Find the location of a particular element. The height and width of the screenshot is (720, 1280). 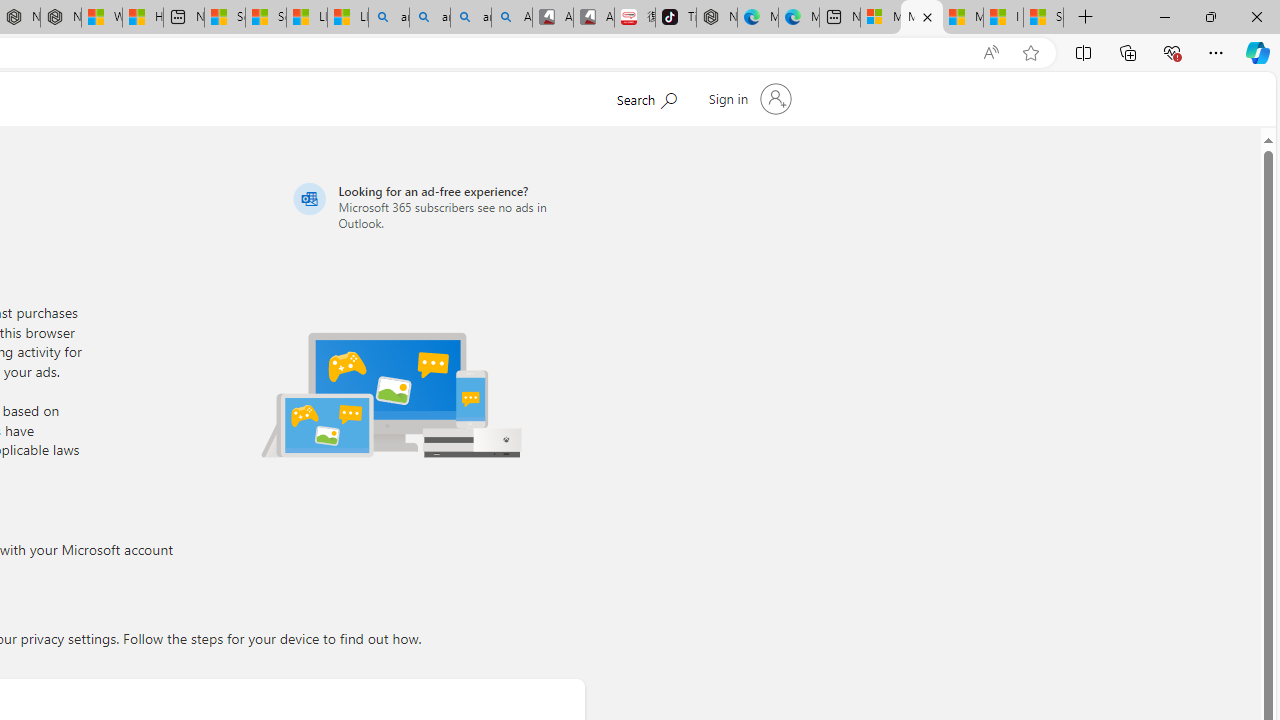

'Microsoft account | Privacy' is located at coordinates (921, 17).